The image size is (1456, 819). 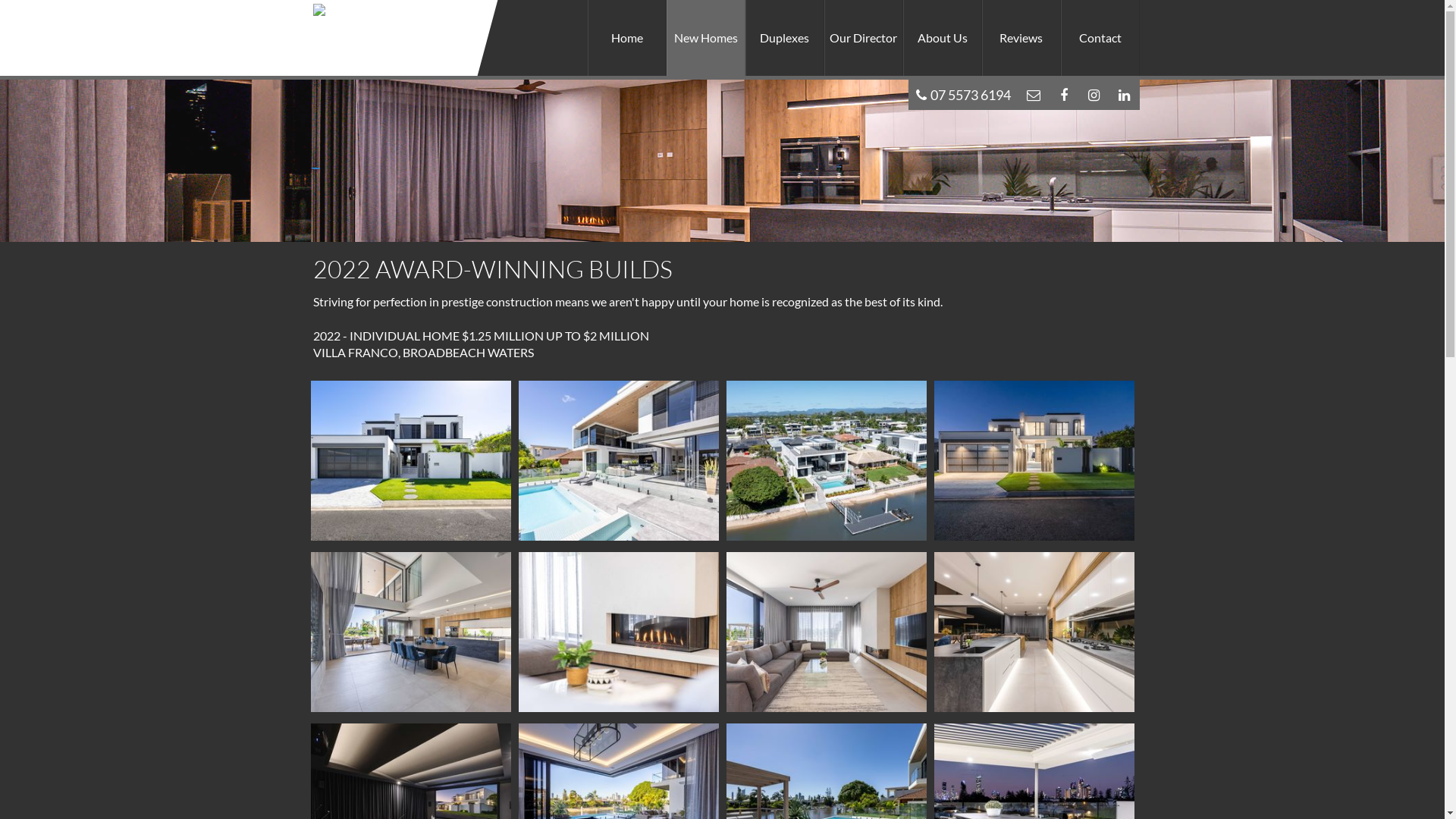 I want to click on 'Home', so click(x=626, y=37).